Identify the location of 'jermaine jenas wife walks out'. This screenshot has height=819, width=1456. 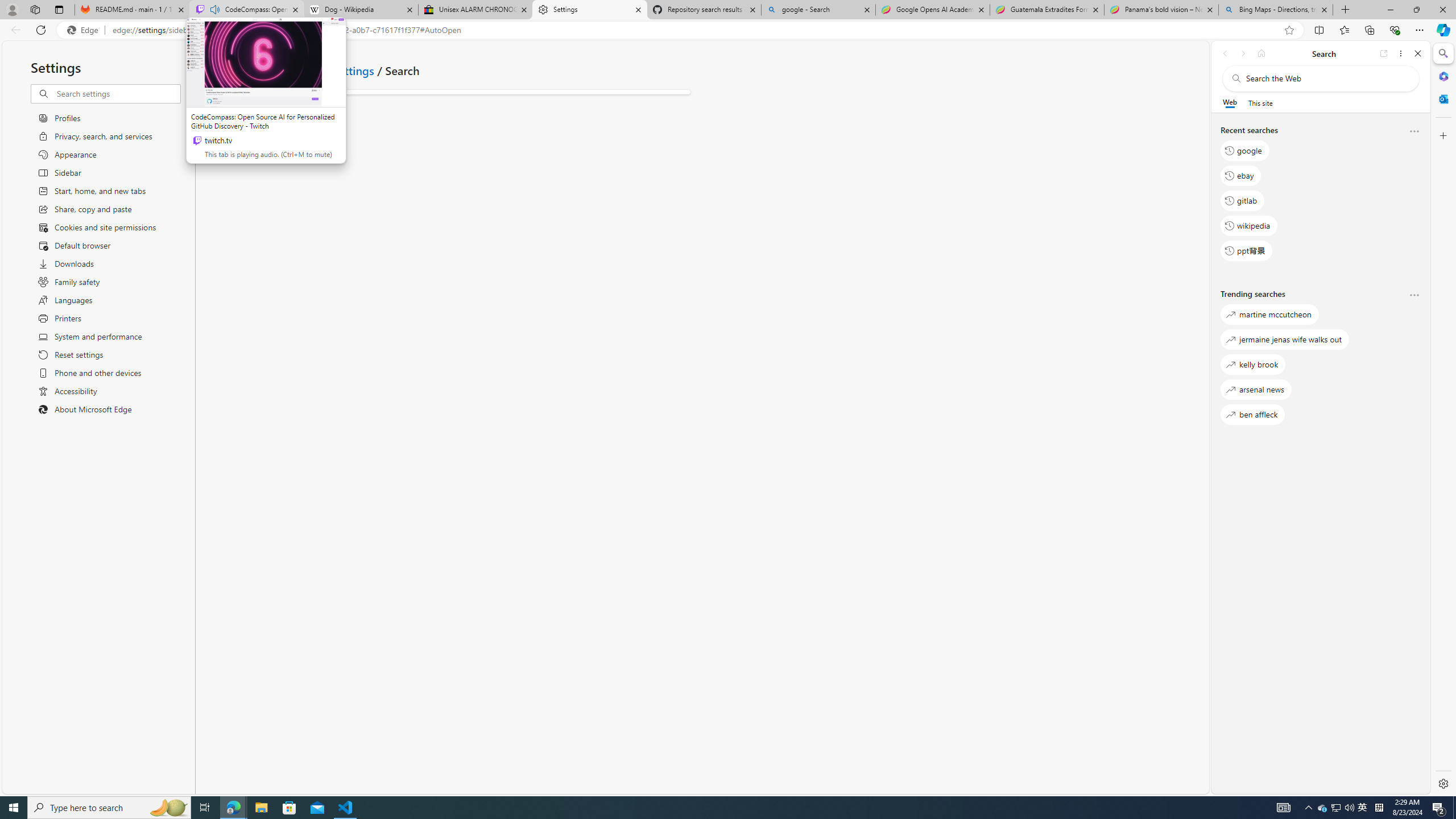
(1284, 338).